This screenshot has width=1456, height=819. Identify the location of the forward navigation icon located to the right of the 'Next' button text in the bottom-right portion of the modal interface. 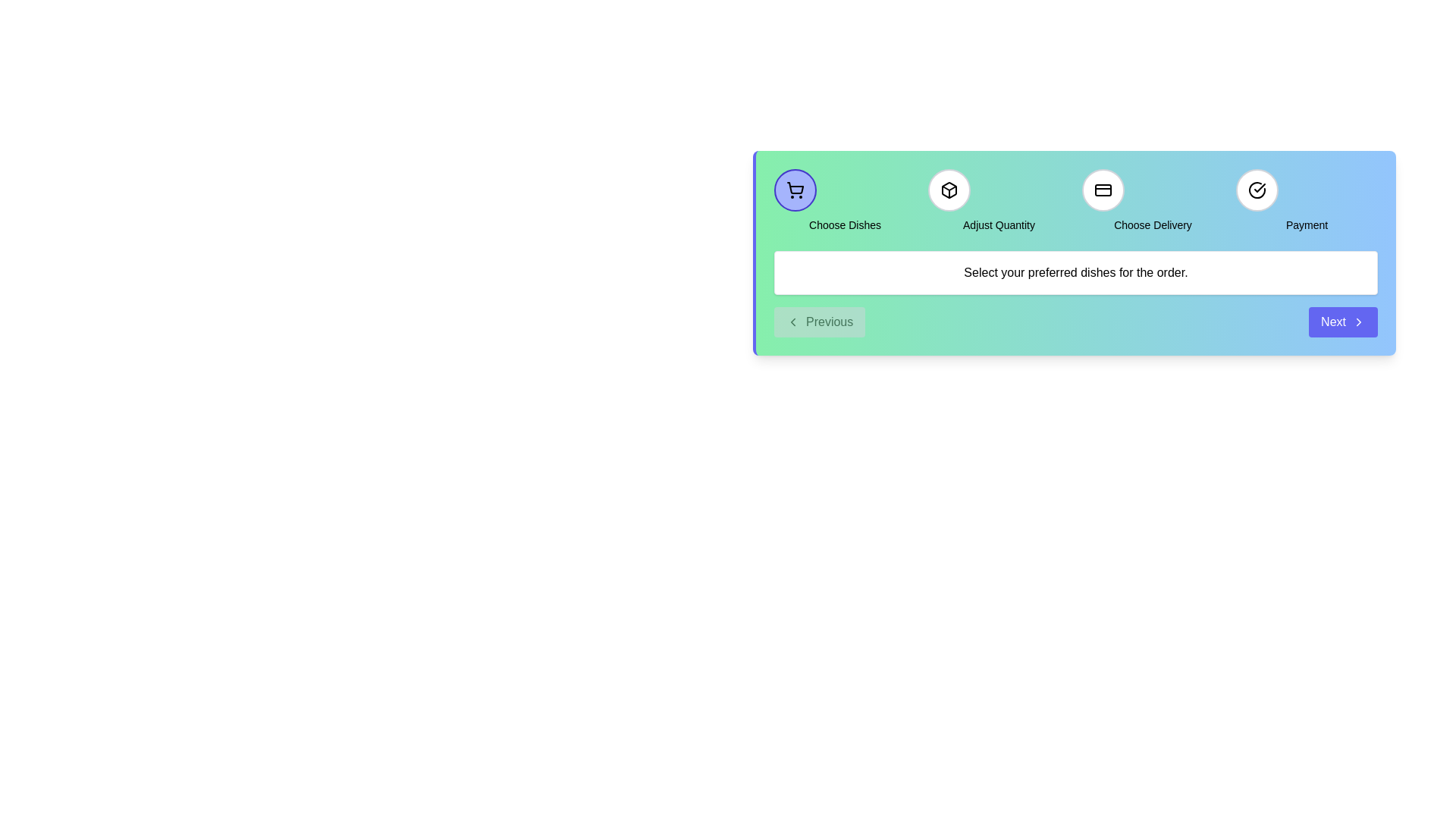
(1358, 321).